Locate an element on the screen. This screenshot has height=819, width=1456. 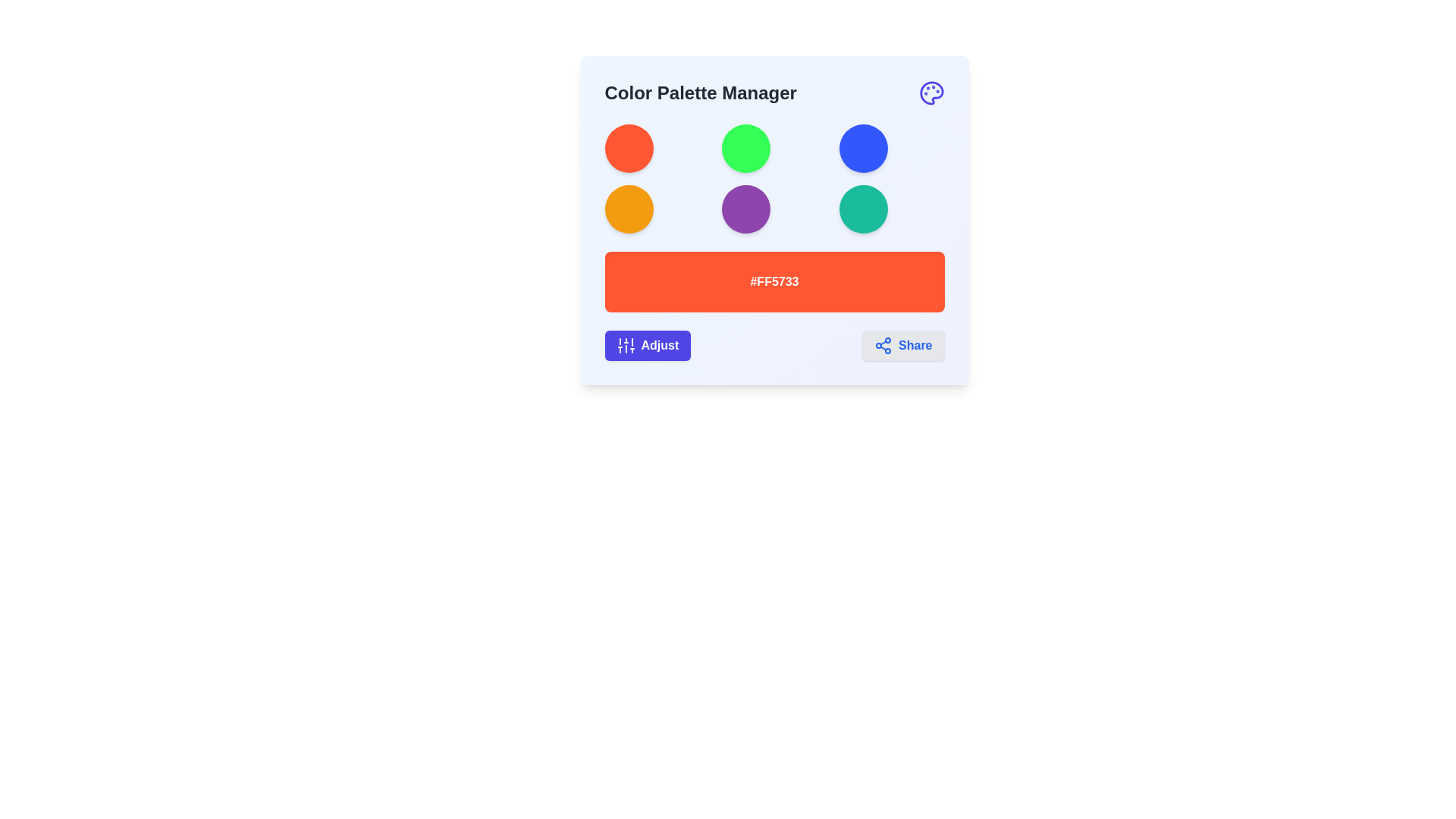
the sharing icon, which is part of the 'Share' button located in the bottom-right control panel of the interface is located at coordinates (883, 345).